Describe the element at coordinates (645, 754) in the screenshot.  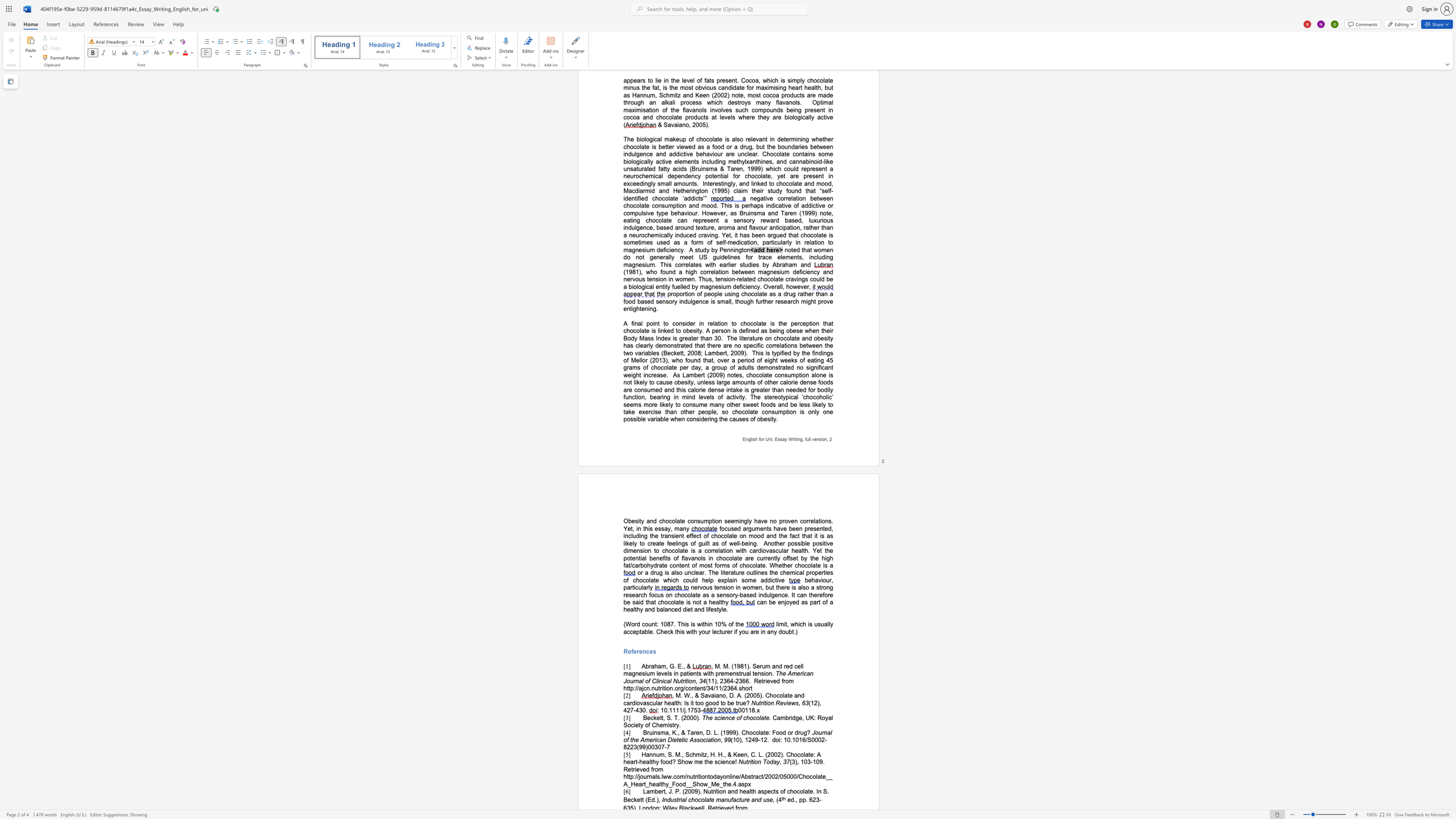
I see `the subset text "annum, S. M., Schmitz, H. H., & Keen, C. L. (2002). Chocolate: A heart-healthy food? Show me the scie" within the text "Hannum, S. M., Schmitz, H. H., & Keen, C. L. (2002). Chocolate: A heart-healthy food? Show me the science!"` at that location.